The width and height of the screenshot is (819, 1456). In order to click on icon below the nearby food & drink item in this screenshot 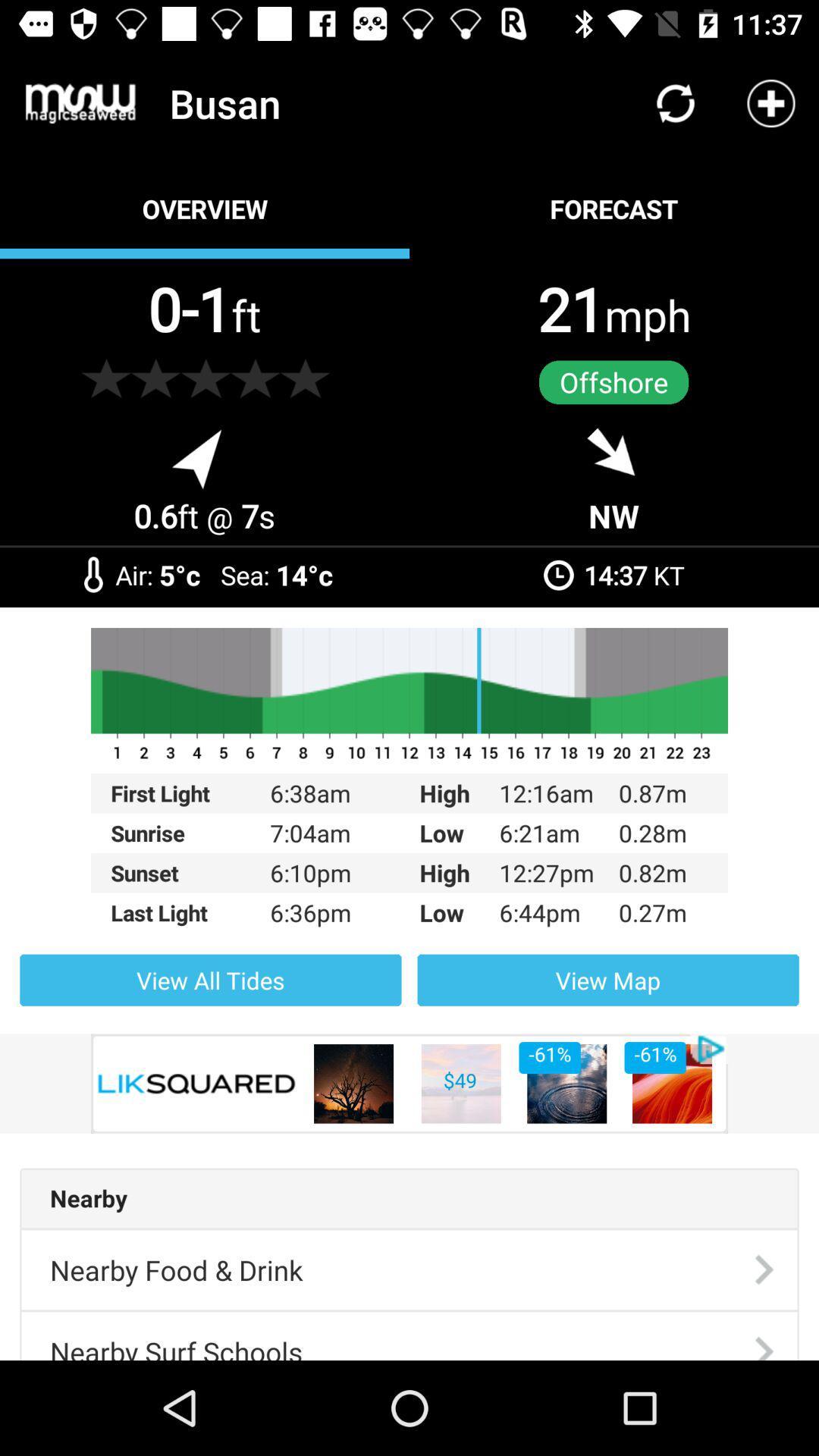, I will do `click(175, 1336)`.